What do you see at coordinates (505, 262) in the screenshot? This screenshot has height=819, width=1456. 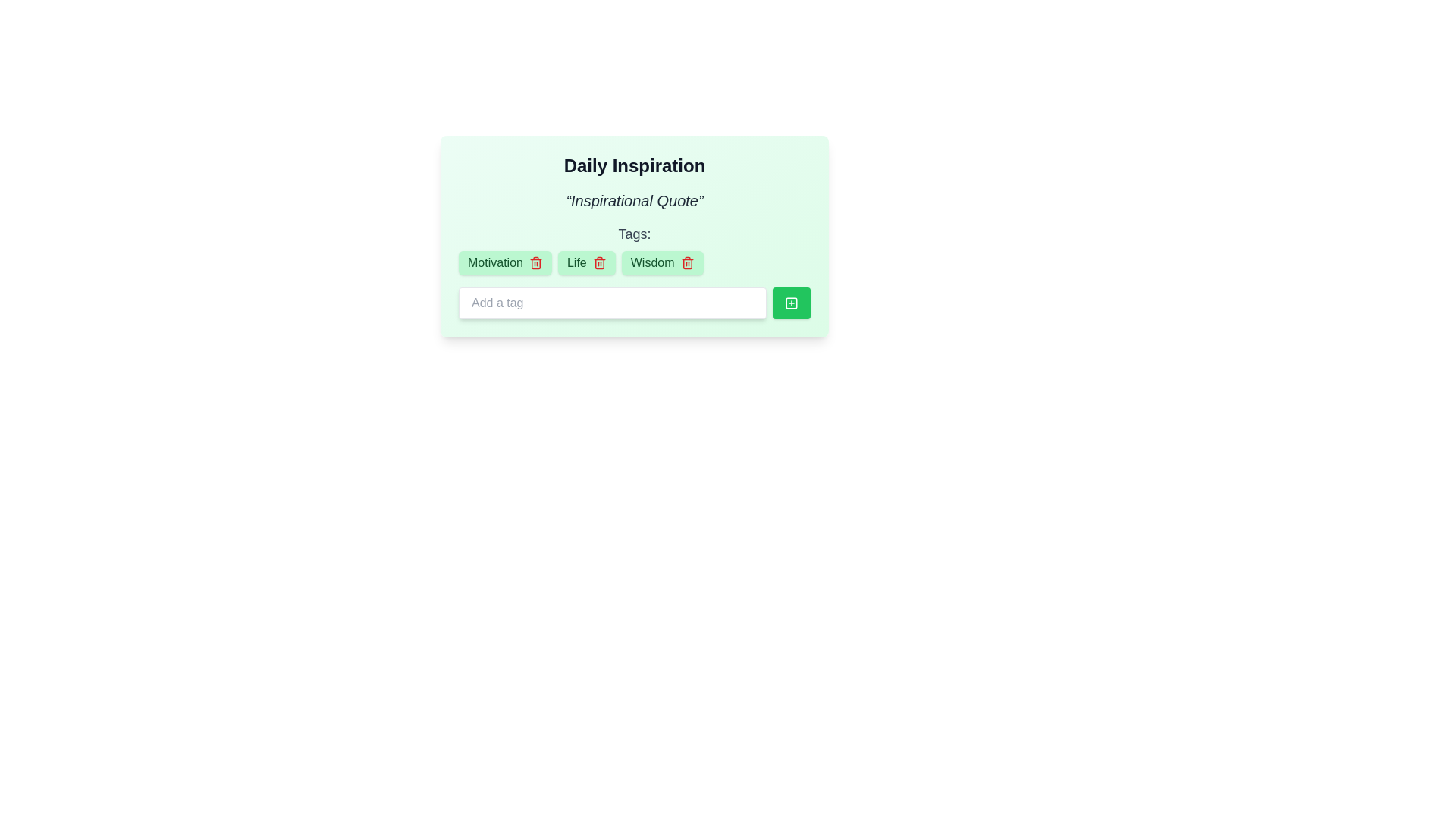 I see `the 'Motivation' tag with a green background and a red trash icon located in the 'Tags' section of the interface` at bounding box center [505, 262].